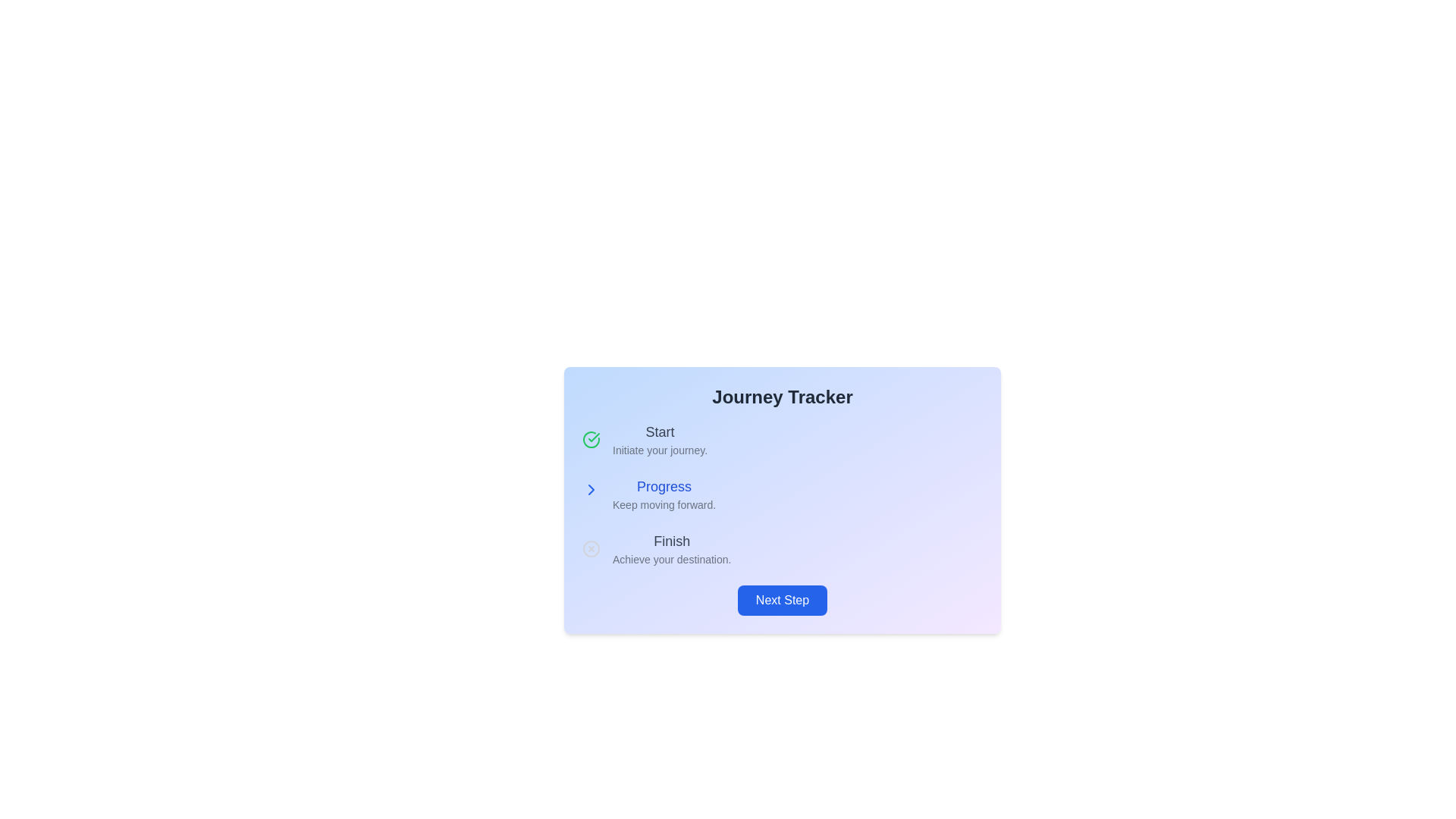  I want to click on messages conveyed in the Progress indicator row labeled 'Finish' with the subtitle 'Achieve your destination.', so click(783, 549).